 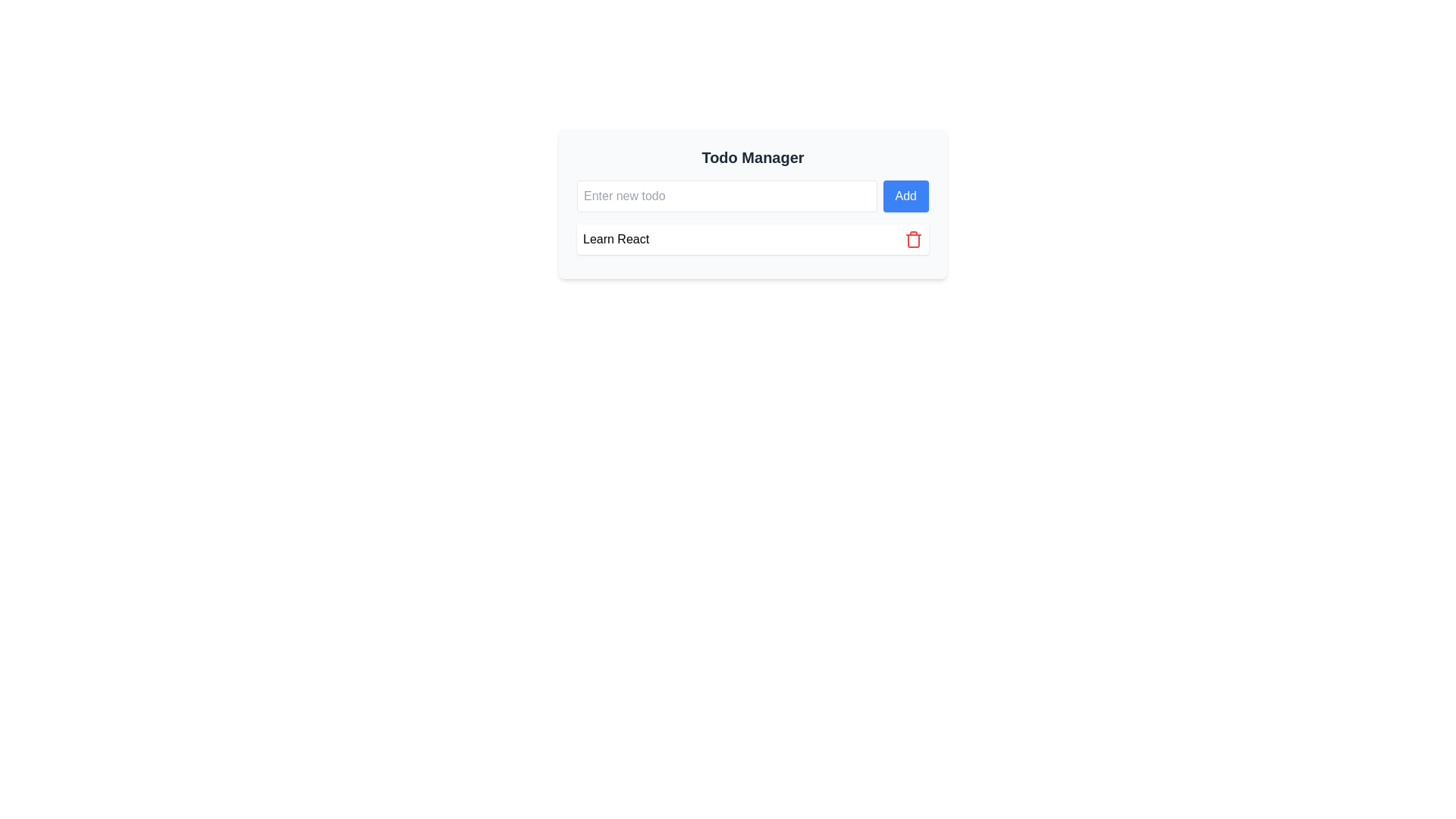 What do you see at coordinates (912, 239) in the screenshot?
I see `the trashcan icon with a red color scheme located in the rightmost segment of the row containing the text 'Learn React'` at bounding box center [912, 239].